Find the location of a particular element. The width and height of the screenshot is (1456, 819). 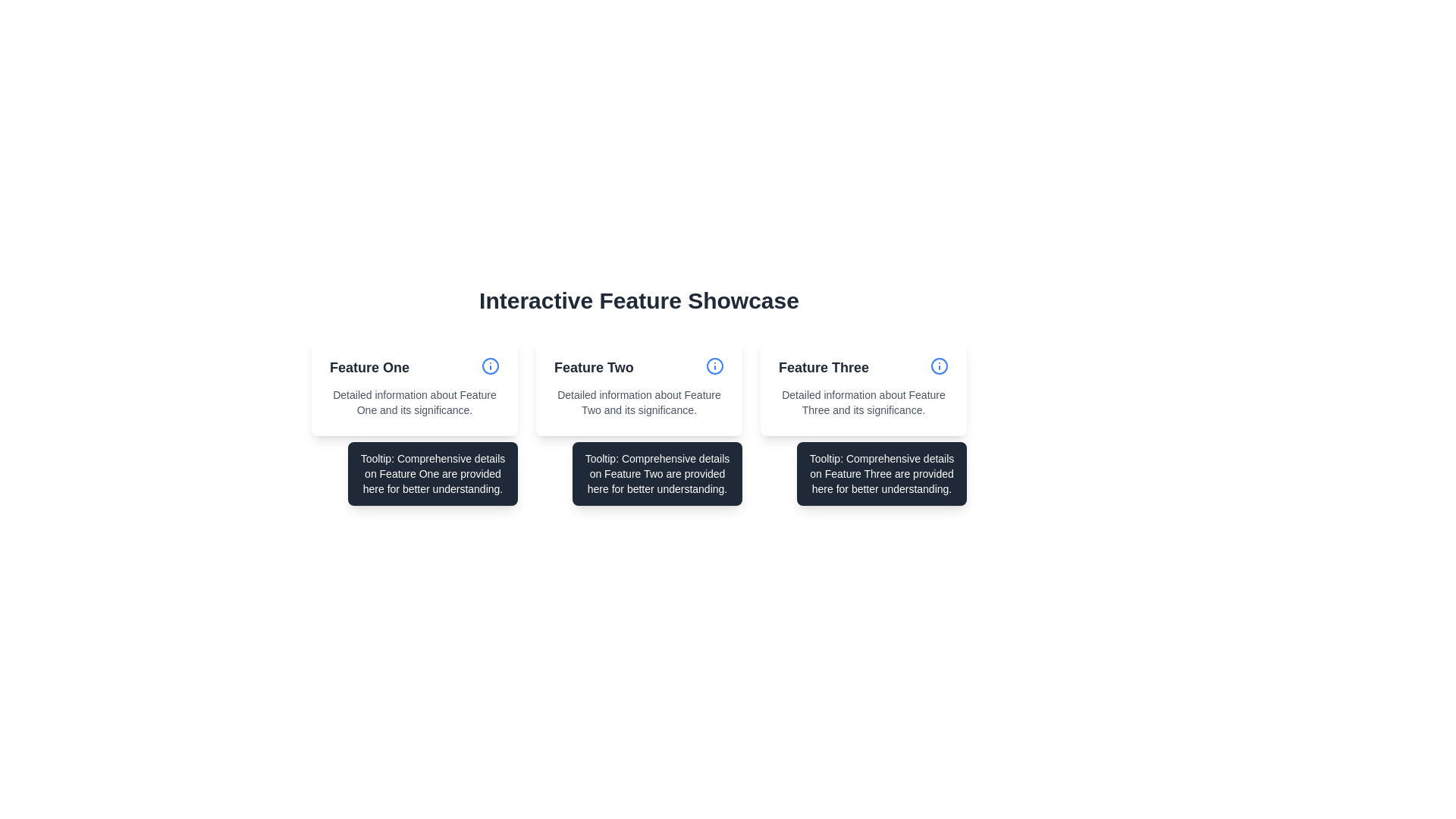

the information icon located to the right of the text 'Feature One' within the first column of the card layout is located at coordinates (491, 368).